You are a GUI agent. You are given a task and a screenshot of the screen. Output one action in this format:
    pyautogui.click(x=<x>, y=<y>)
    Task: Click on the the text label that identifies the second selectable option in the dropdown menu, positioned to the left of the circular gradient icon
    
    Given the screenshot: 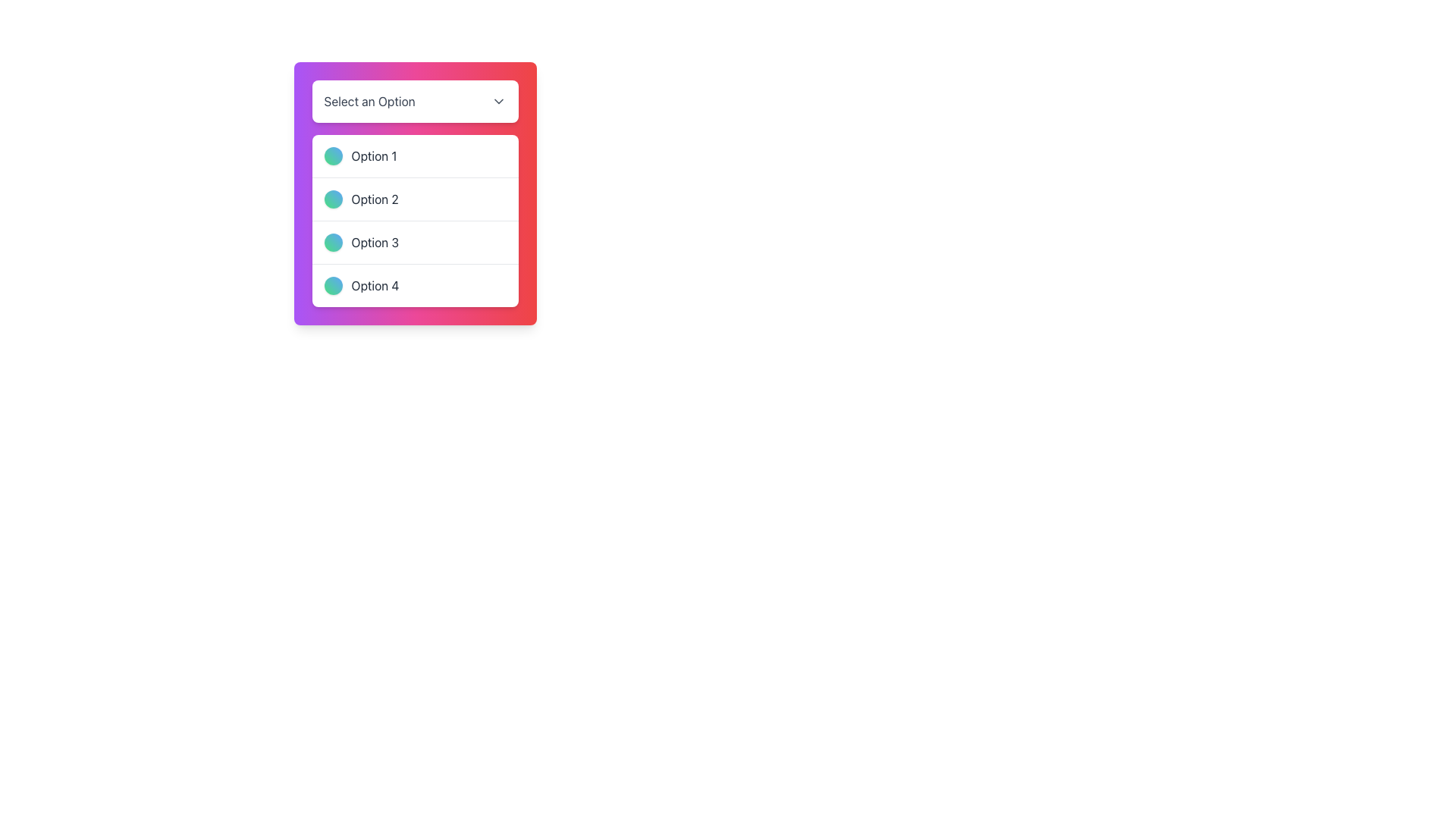 What is the action you would take?
    pyautogui.click(x=375, y=198)
    